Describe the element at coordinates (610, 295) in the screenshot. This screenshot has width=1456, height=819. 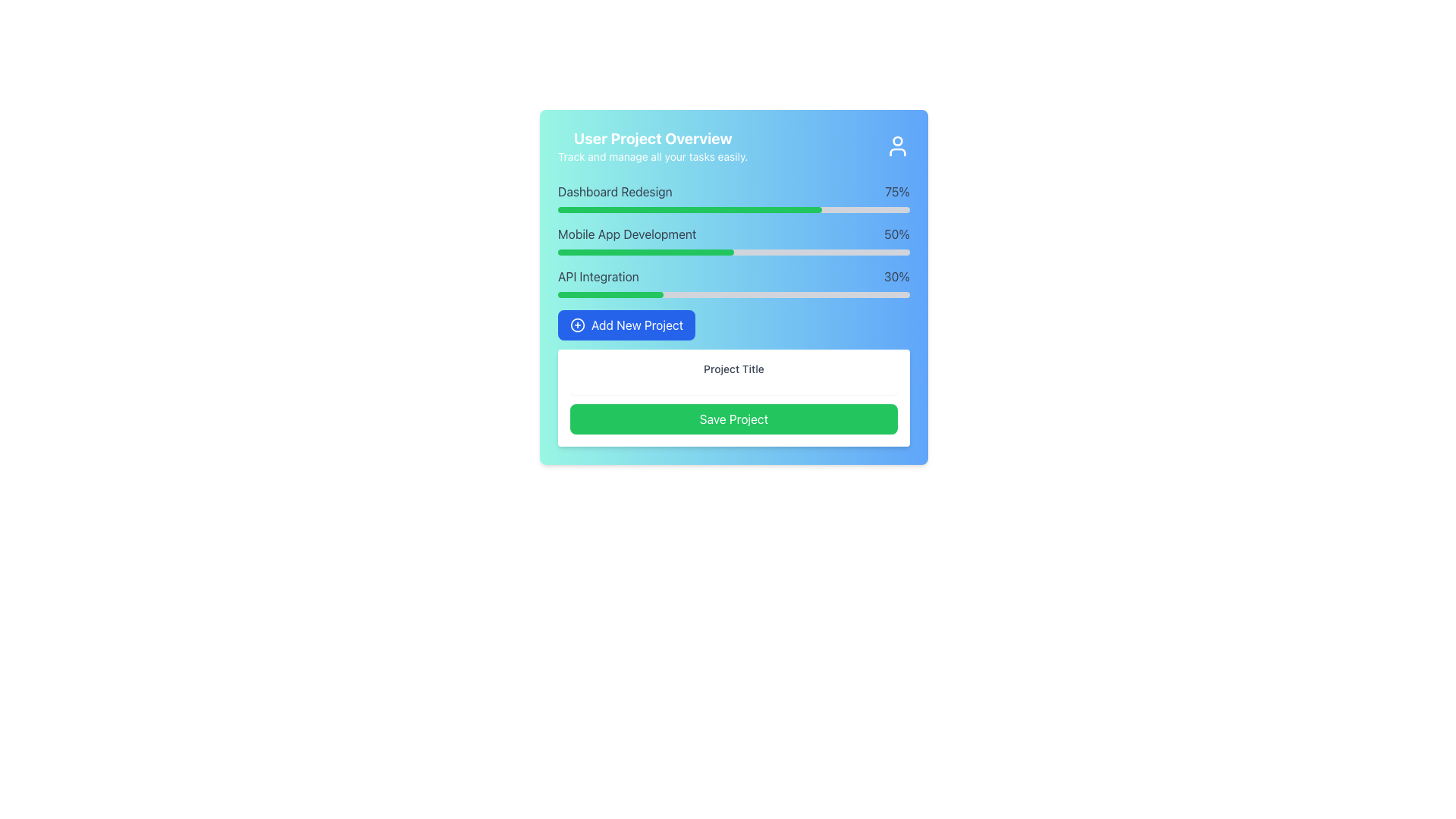
I see `the green progress bar segment that visually represents 30% completion beneath the 'API Integration' text` at that location.